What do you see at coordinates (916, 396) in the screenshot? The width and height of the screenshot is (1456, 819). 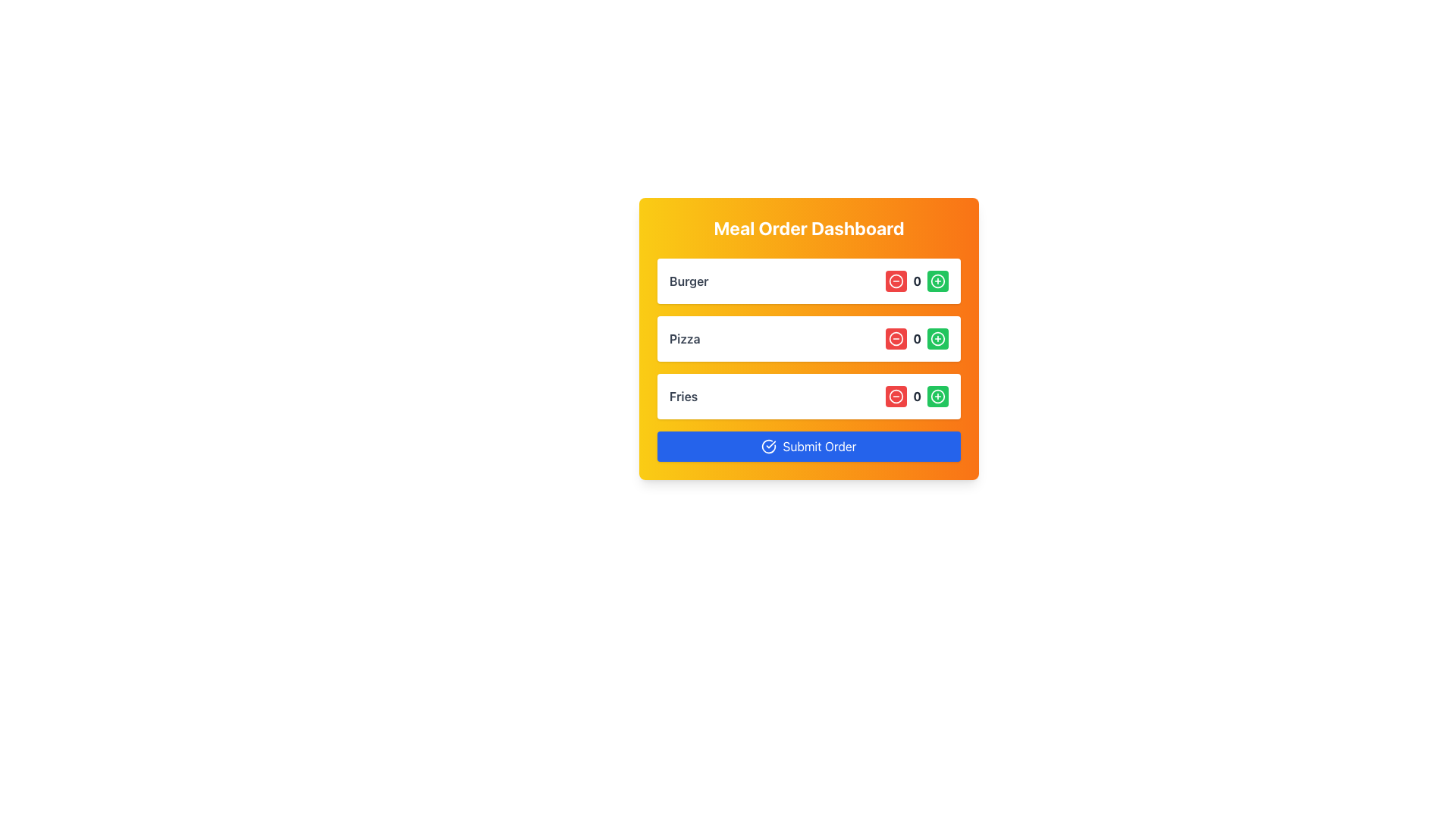 I see `the Static Text Label displaying the current counter value, which shows the numeral '0' in the Meal Order Dashboard interface, located between the red minus button and the green plus button` at bounding box center [916, 396].